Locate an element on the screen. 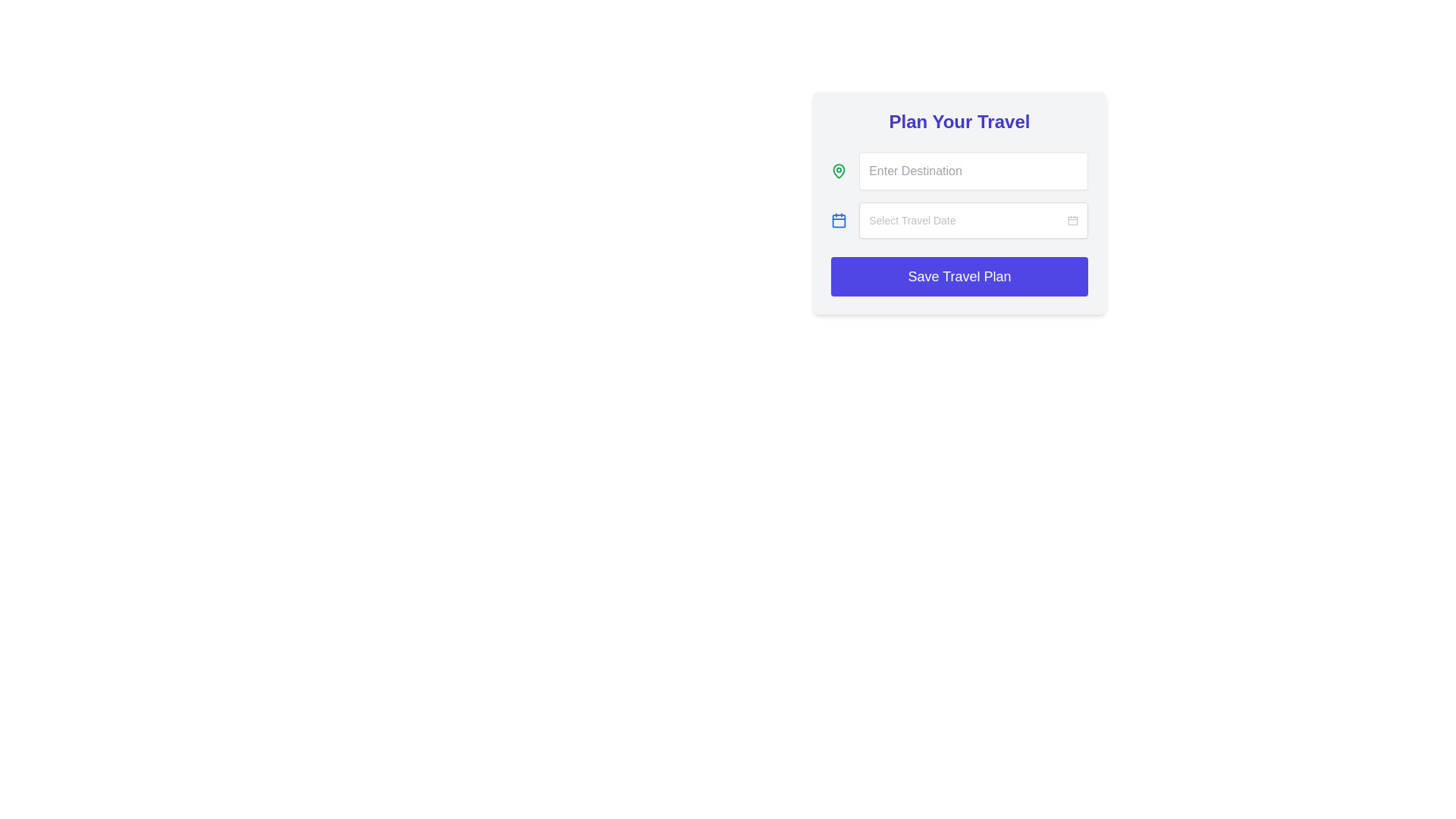  the 'Save Travel Plan' button, which is a rectangular indigo button with white text, positioned within the 'Plan Your Travel' section, to focus on it using the keyboard is located at coordinates (959, 277).